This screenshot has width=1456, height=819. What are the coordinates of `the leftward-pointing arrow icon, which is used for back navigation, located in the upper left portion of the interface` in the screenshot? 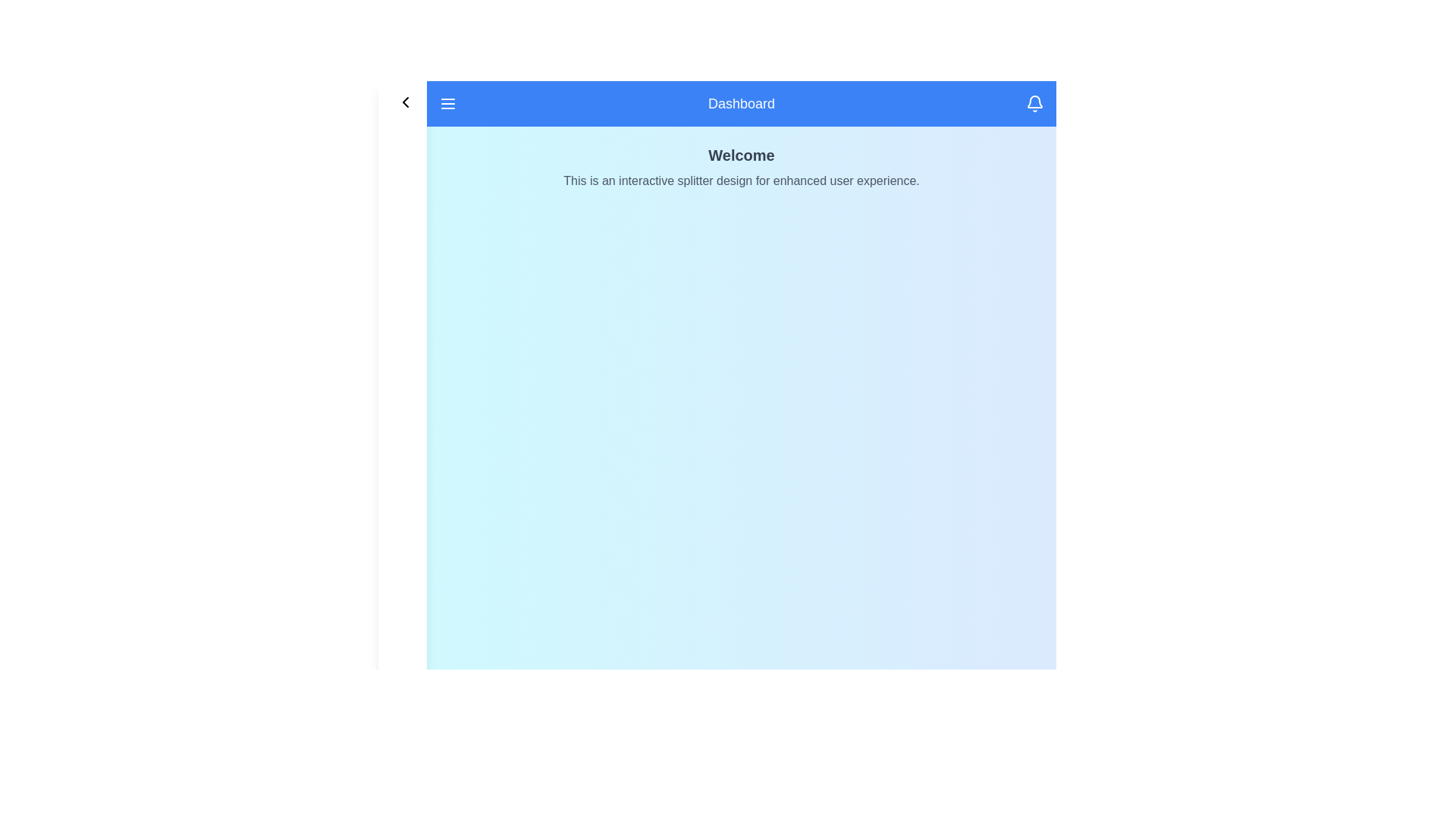 It's located at (405, 102).